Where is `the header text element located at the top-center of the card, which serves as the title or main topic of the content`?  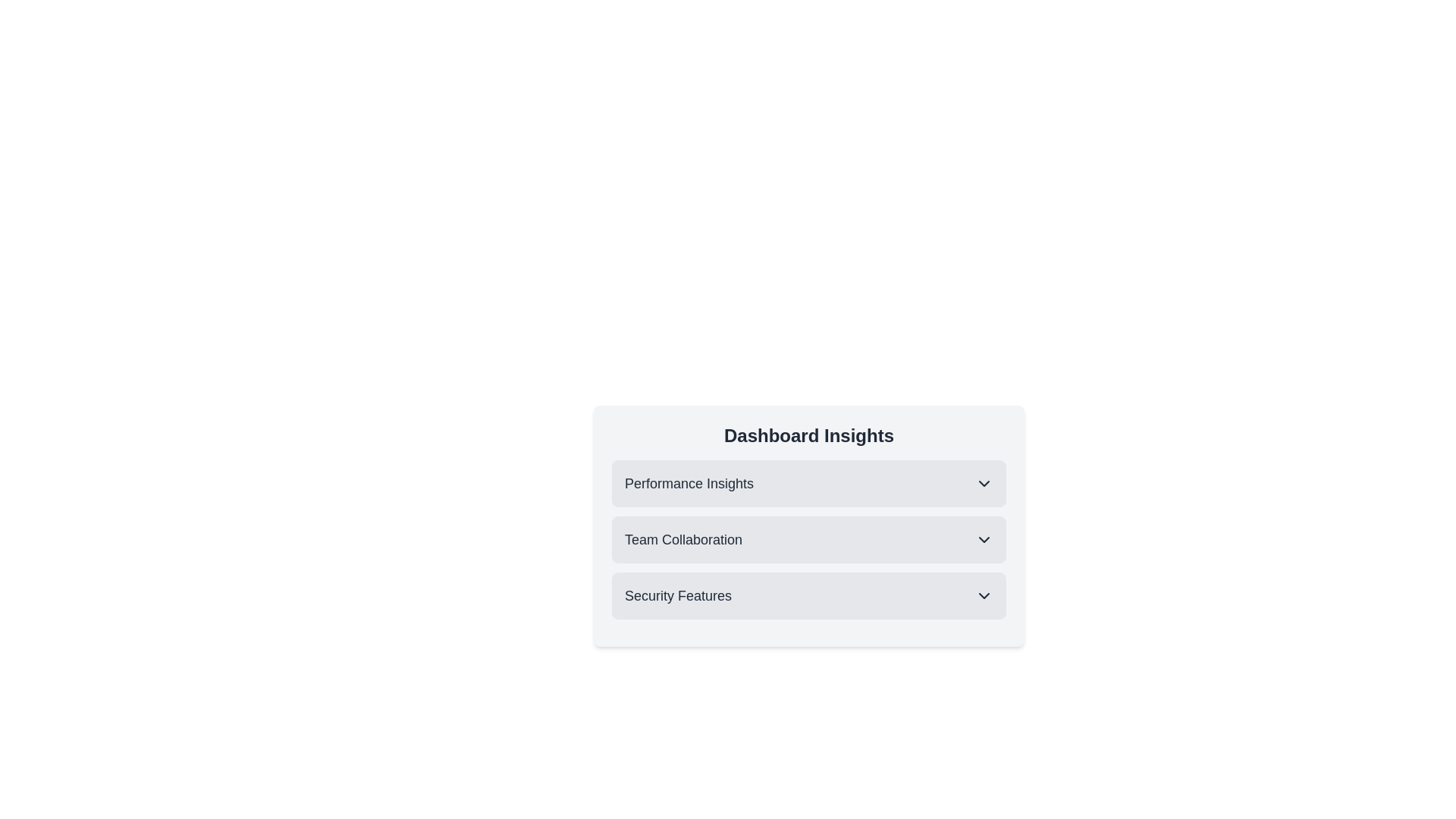 the header text element located at the top-center of the card, which serves as the title or main topic of the content is located at coordinates (808, 435).